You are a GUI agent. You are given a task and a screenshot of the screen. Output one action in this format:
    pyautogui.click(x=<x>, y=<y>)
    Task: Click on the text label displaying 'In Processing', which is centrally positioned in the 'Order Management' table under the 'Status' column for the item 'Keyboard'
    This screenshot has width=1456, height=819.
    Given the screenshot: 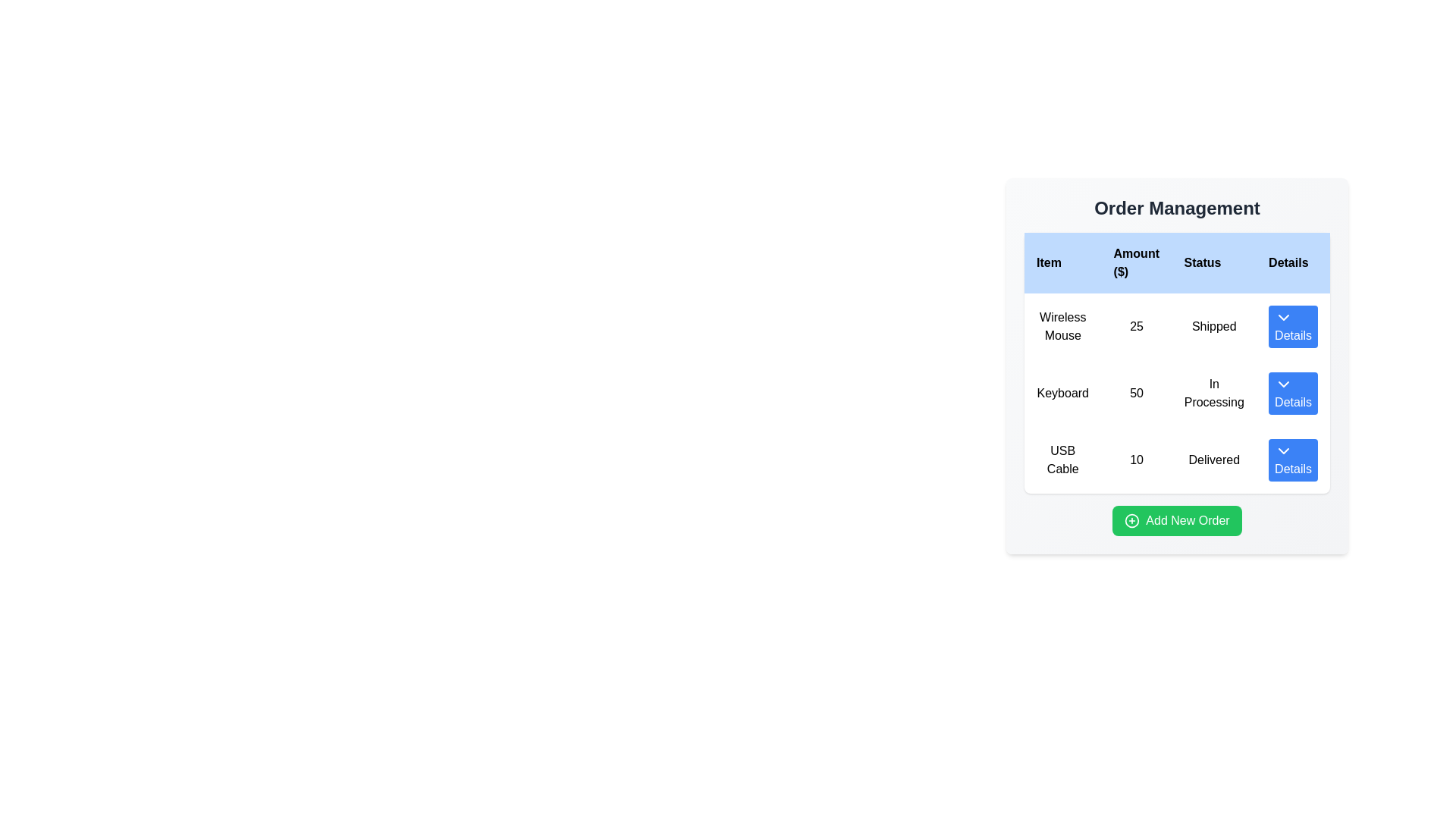 What is the action you would take?
    pyautogui.click(x=1214, y=393)
    